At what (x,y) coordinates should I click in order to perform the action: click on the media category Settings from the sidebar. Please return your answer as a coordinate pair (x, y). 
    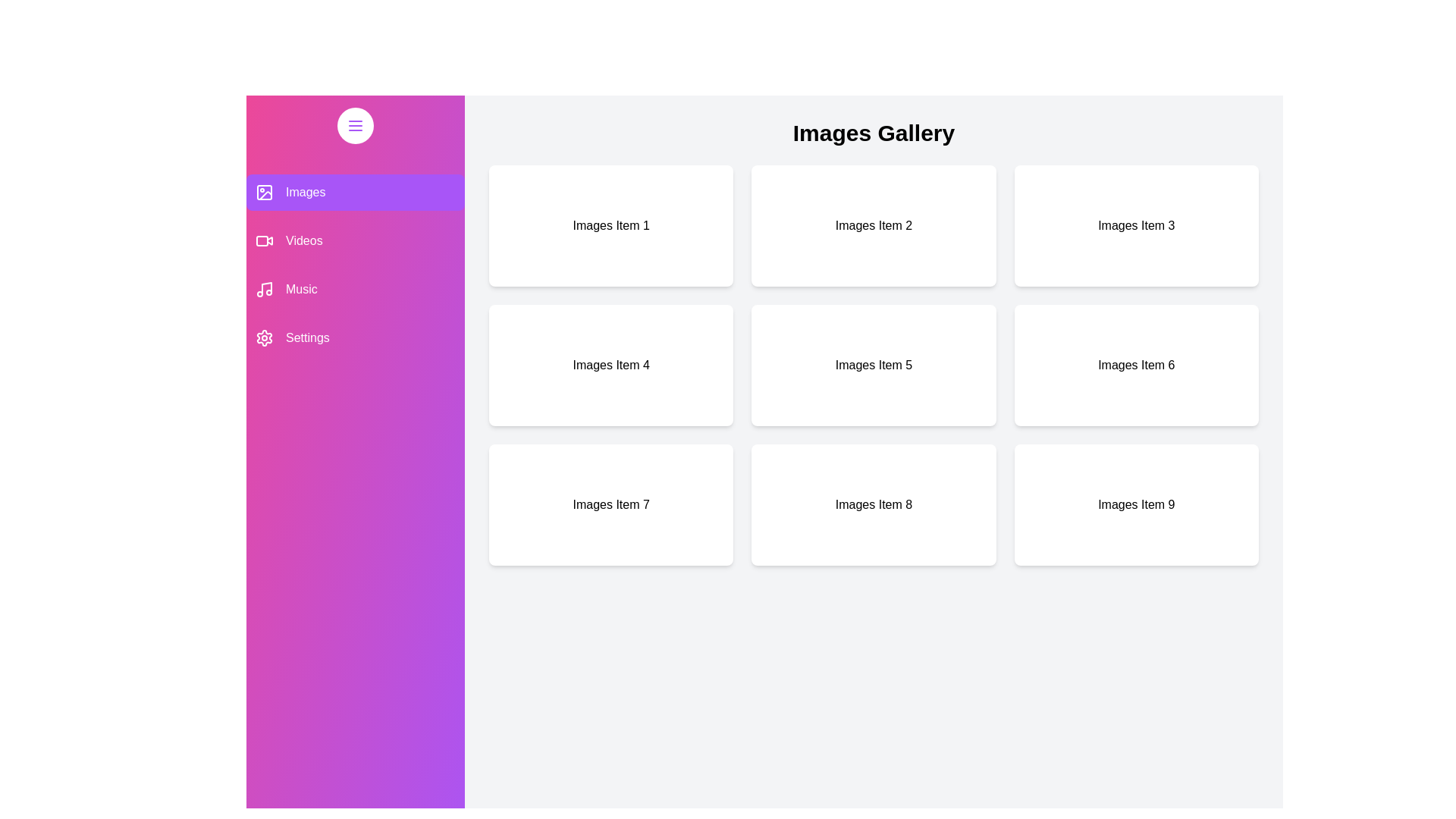
    Looking at the image, I should click on (355, 337).